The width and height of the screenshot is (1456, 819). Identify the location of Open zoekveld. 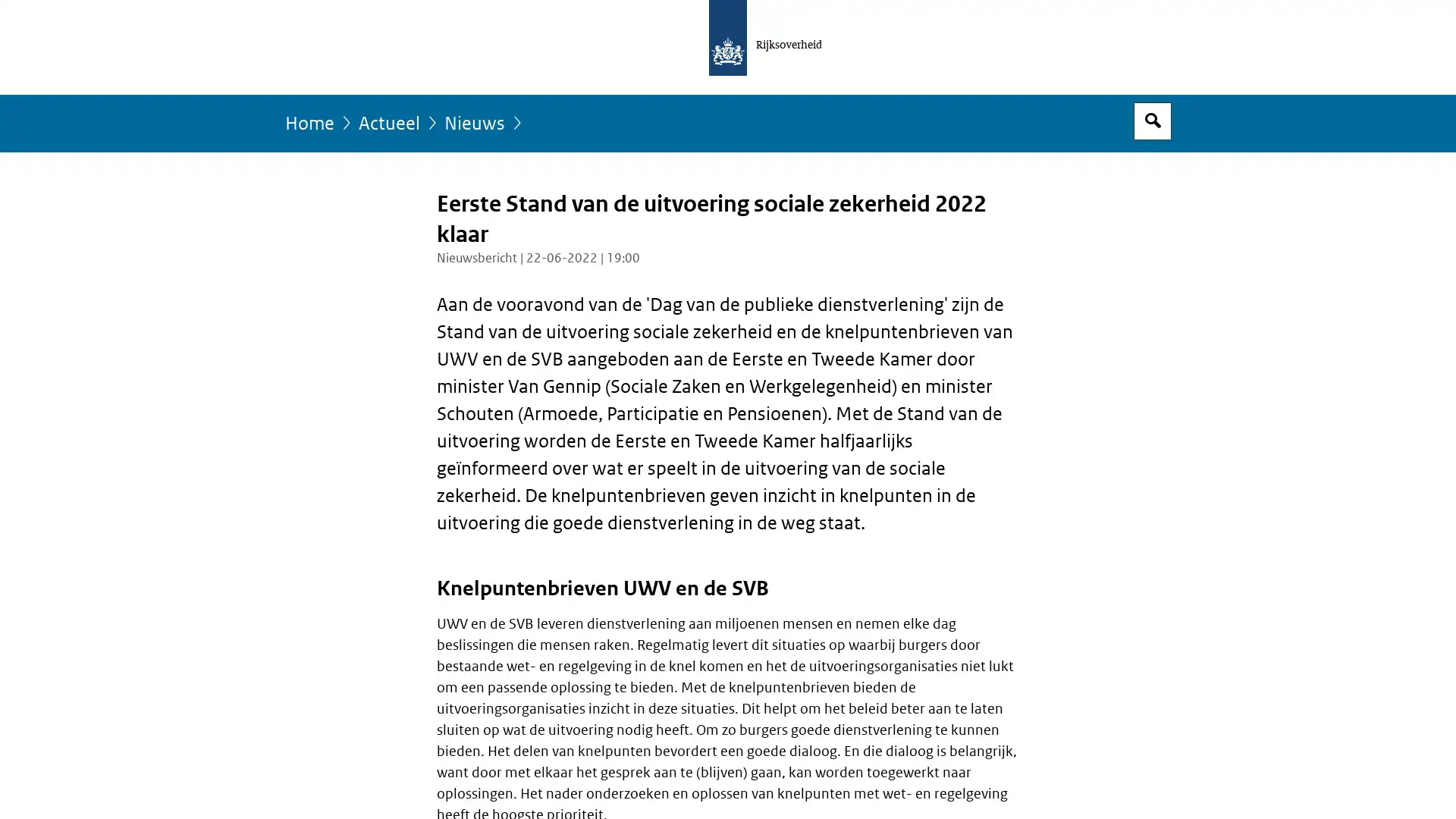
(1153, 120).